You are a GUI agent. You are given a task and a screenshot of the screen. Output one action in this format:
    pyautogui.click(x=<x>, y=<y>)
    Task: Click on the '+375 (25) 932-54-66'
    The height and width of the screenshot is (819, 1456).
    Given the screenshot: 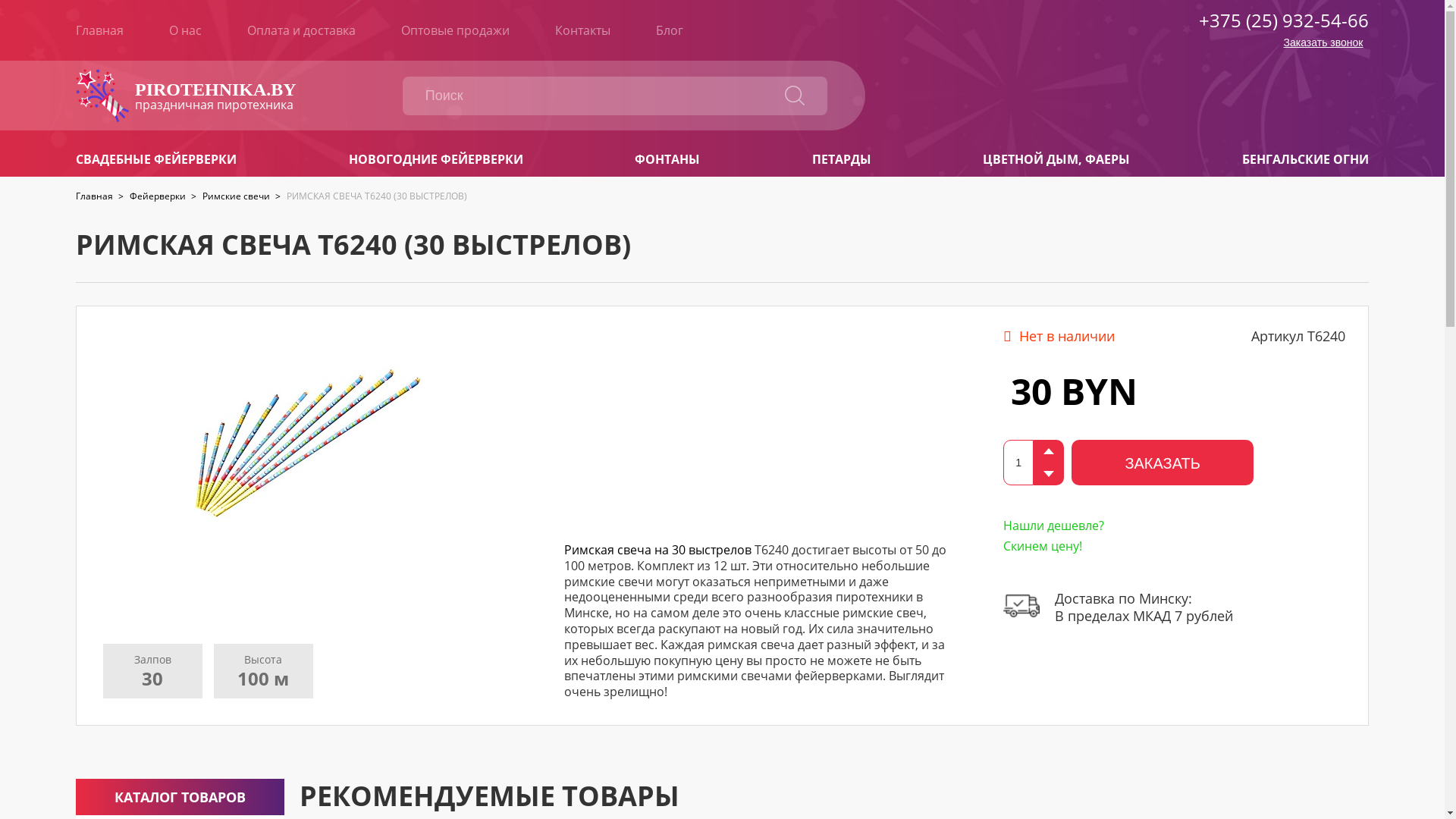 What is the action you would take?
    pyautogui.click(x=1197, y=20)
    